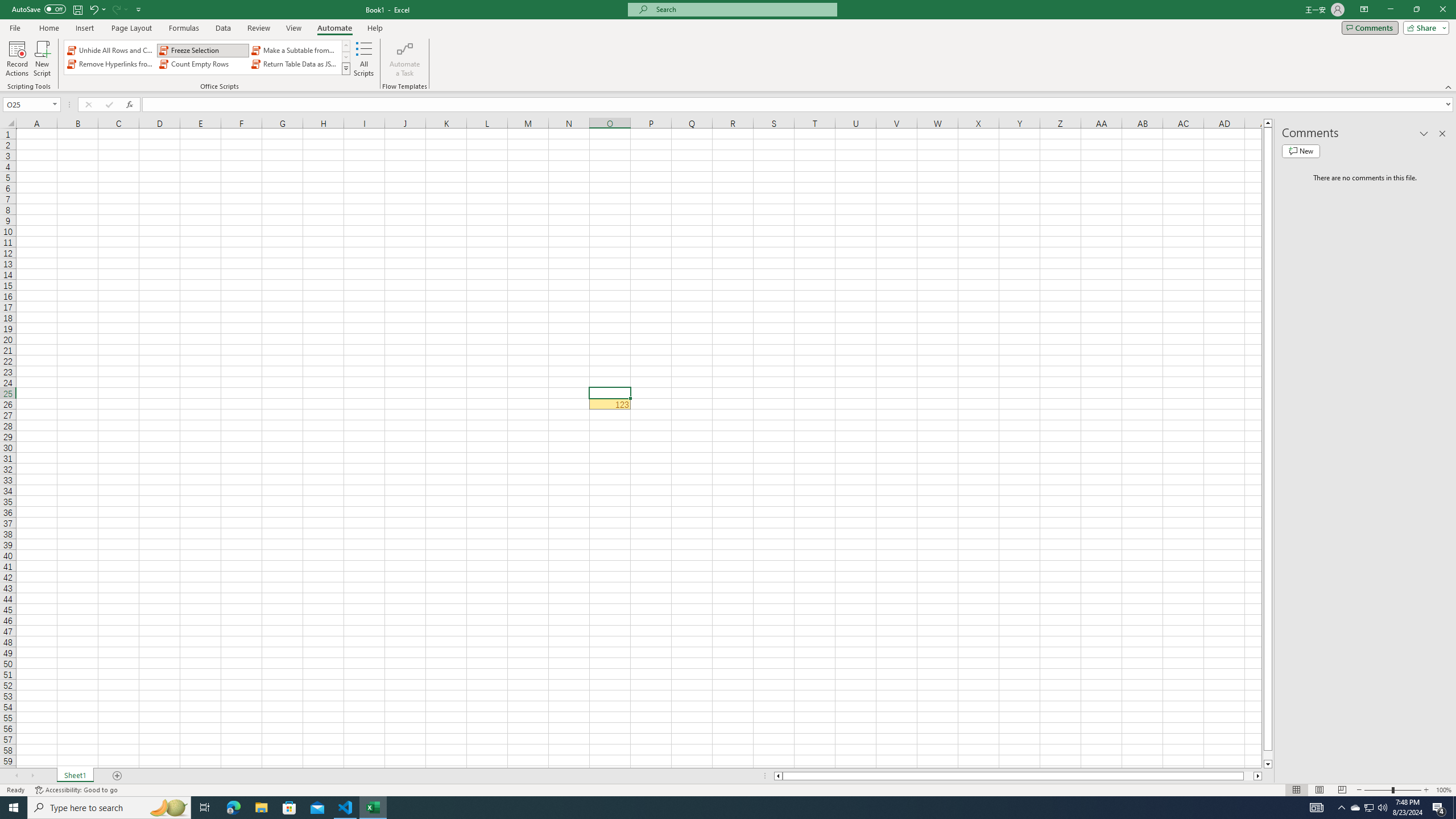  What do you see at coordinates (1416, 9) in the screenshot?
I see `'Restore Down'` at bounding box center [1416, 9].